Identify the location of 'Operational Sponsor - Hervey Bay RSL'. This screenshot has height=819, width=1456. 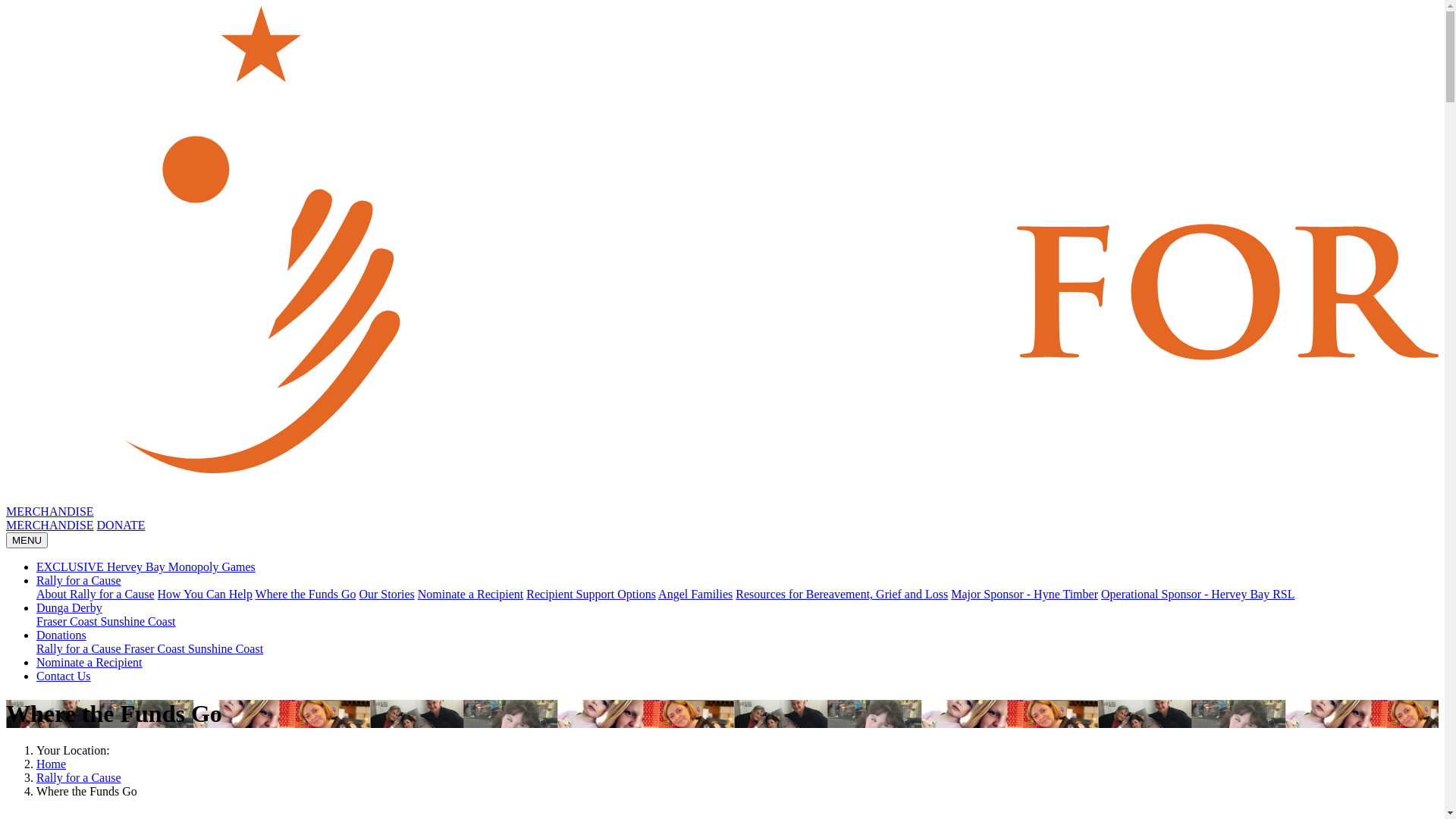
(1197, 593).